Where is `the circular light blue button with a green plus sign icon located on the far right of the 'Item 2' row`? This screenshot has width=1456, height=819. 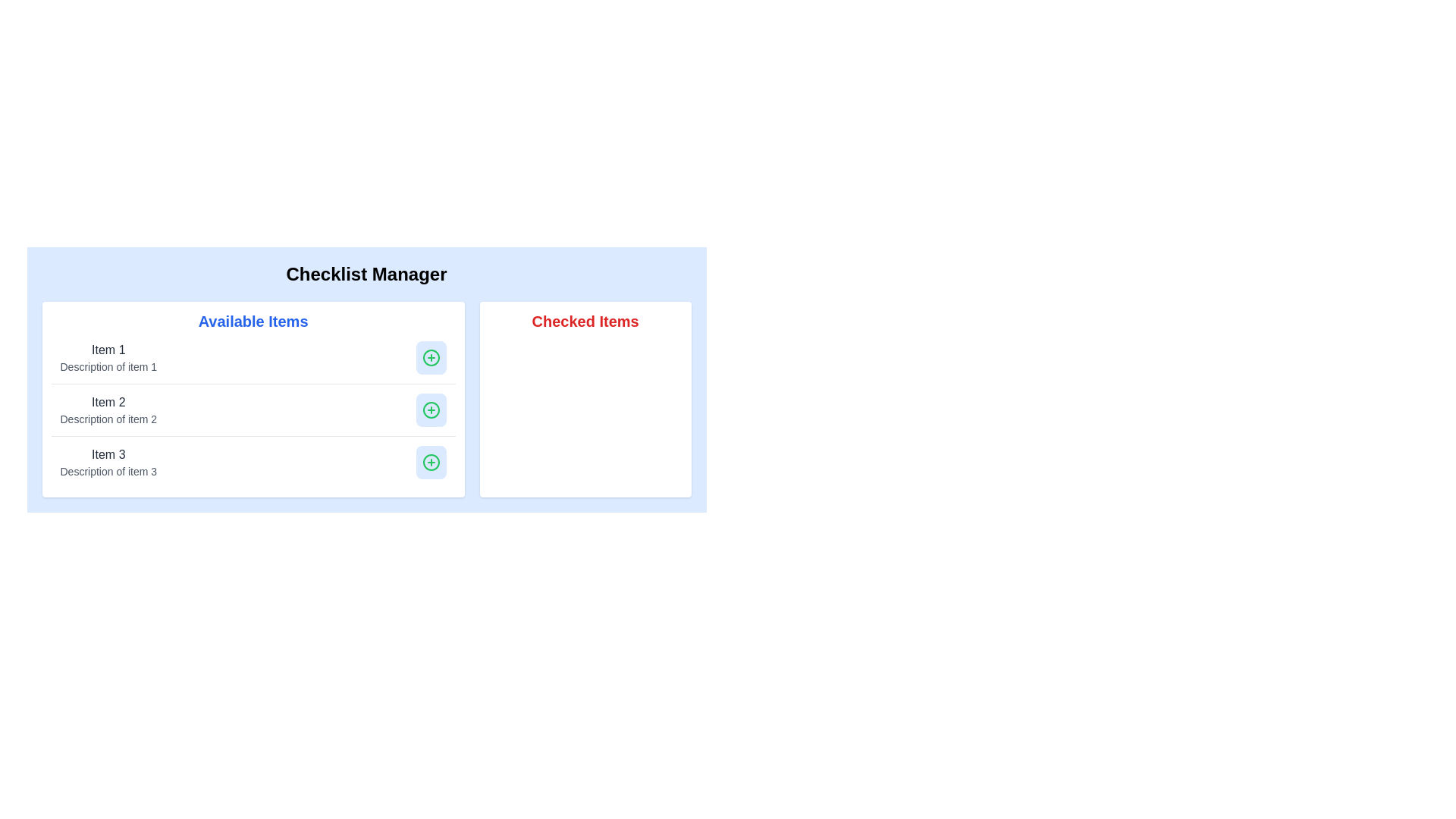
the circular light blue button with a green plus sign icon located on the far right of the 'Item 2' row is located at coordinates (430, 409).